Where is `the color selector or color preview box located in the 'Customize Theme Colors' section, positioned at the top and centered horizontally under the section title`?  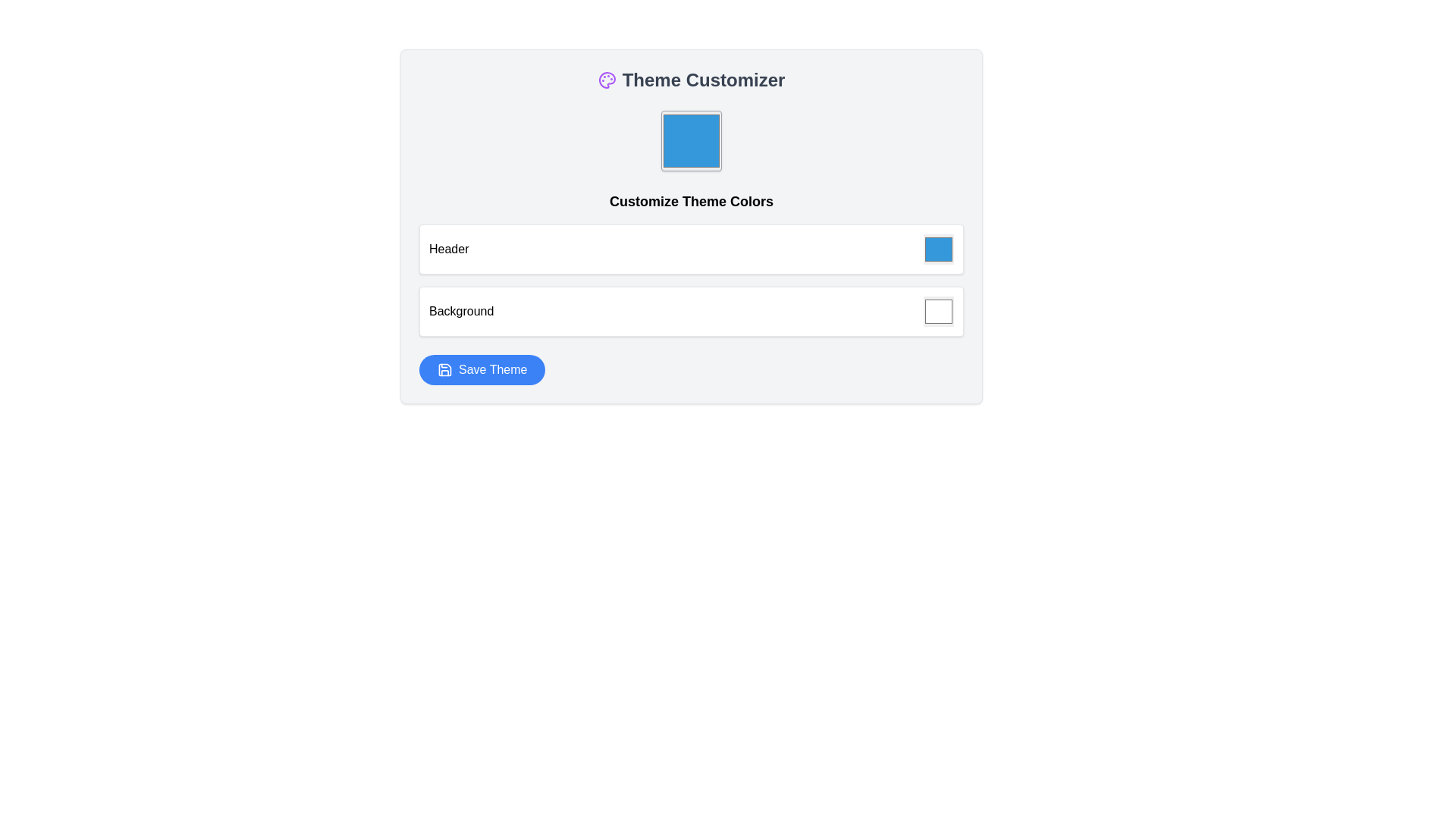
the color selector or color preview box located in the 'Customize Theme Colors' section, positioned at the top and centered horizontally under the section title is located at coordinates (691, 140).